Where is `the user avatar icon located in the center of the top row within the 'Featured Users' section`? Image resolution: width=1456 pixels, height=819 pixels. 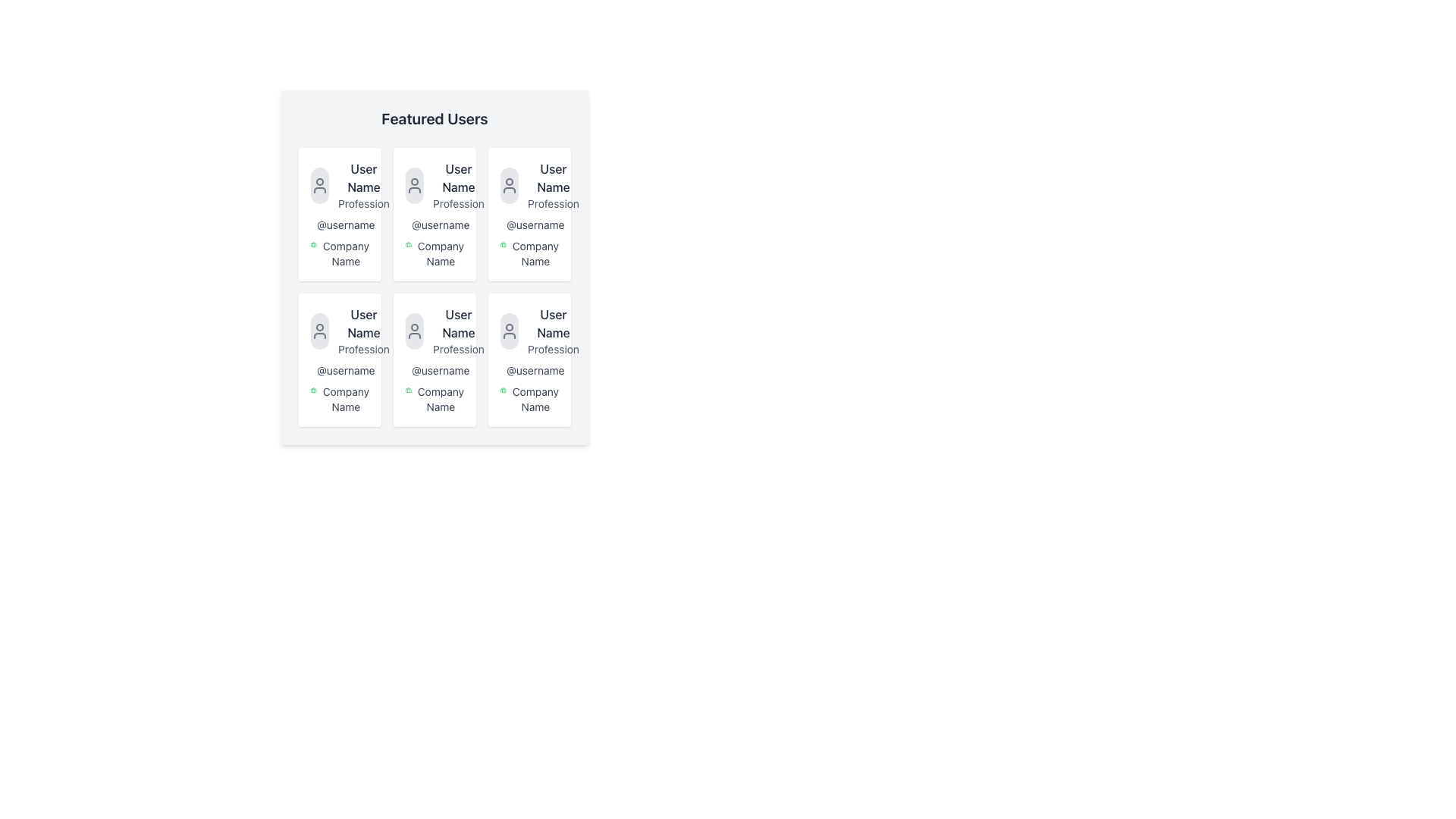 the user avatar icon located in the center of the top row within the 'Featured Users' section is located at coordinates (415, 185).